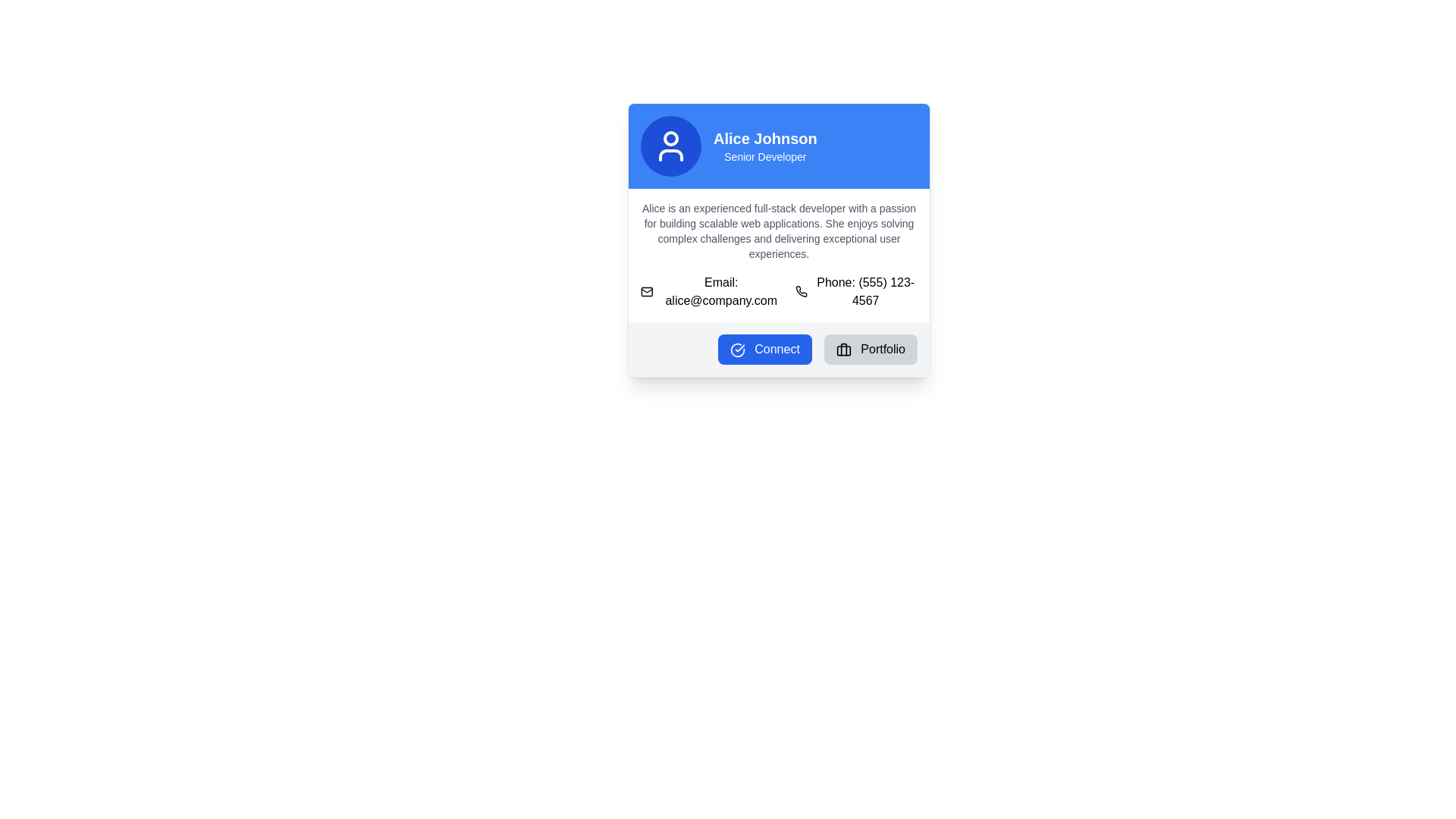  I want to click on text display element that contains 'Alice Johnson' and 'Senior Developer' on a blue background, located in the upper section of a card-like component, so click(765, 146).